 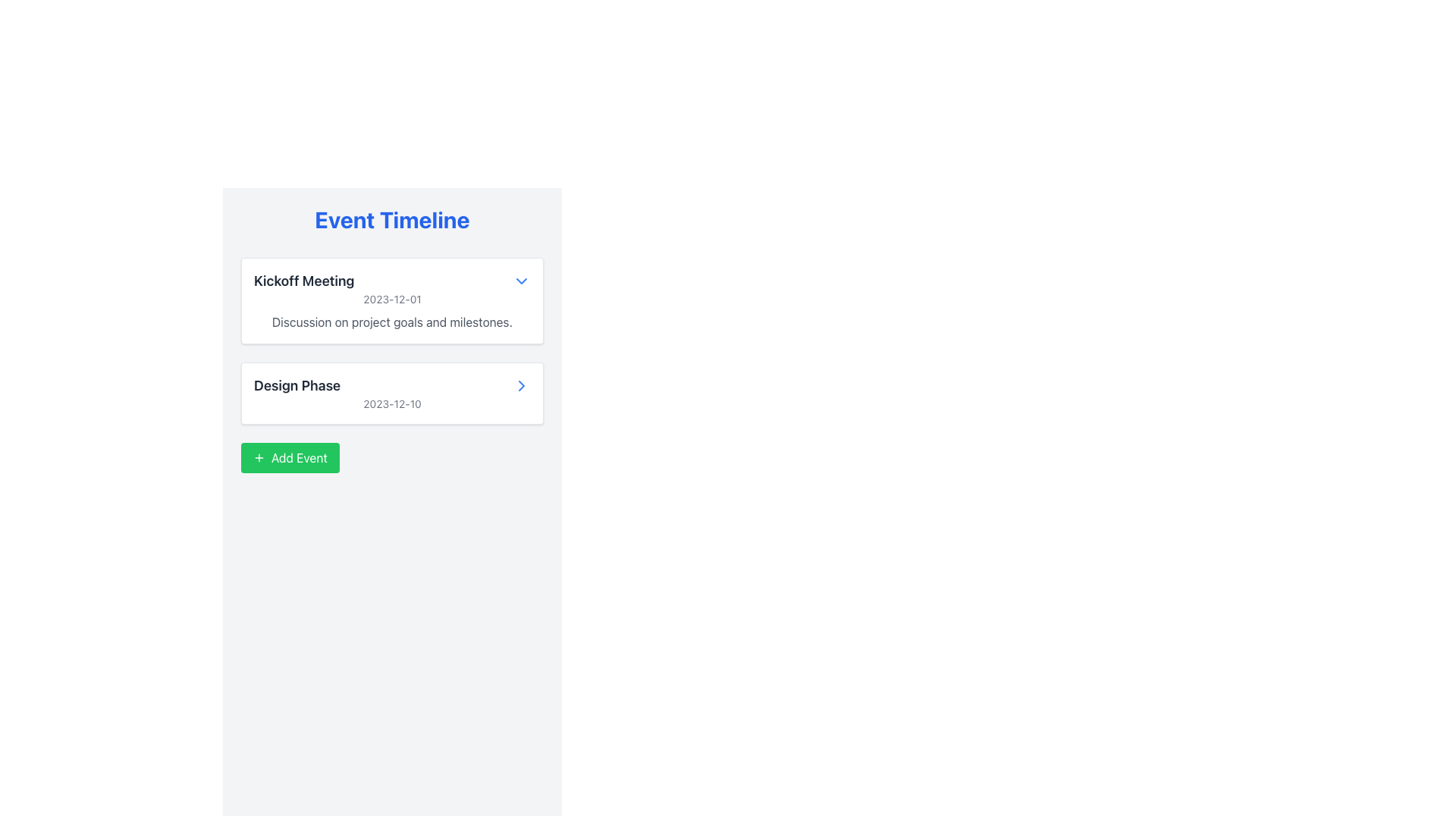 What do you see at coordinates (259, 457) in the screenshot?
I see `the icon representing the action of adding a new event, located within the 'Add Event' button in the lower-left region of the layout` at bounding box center [259, 457].